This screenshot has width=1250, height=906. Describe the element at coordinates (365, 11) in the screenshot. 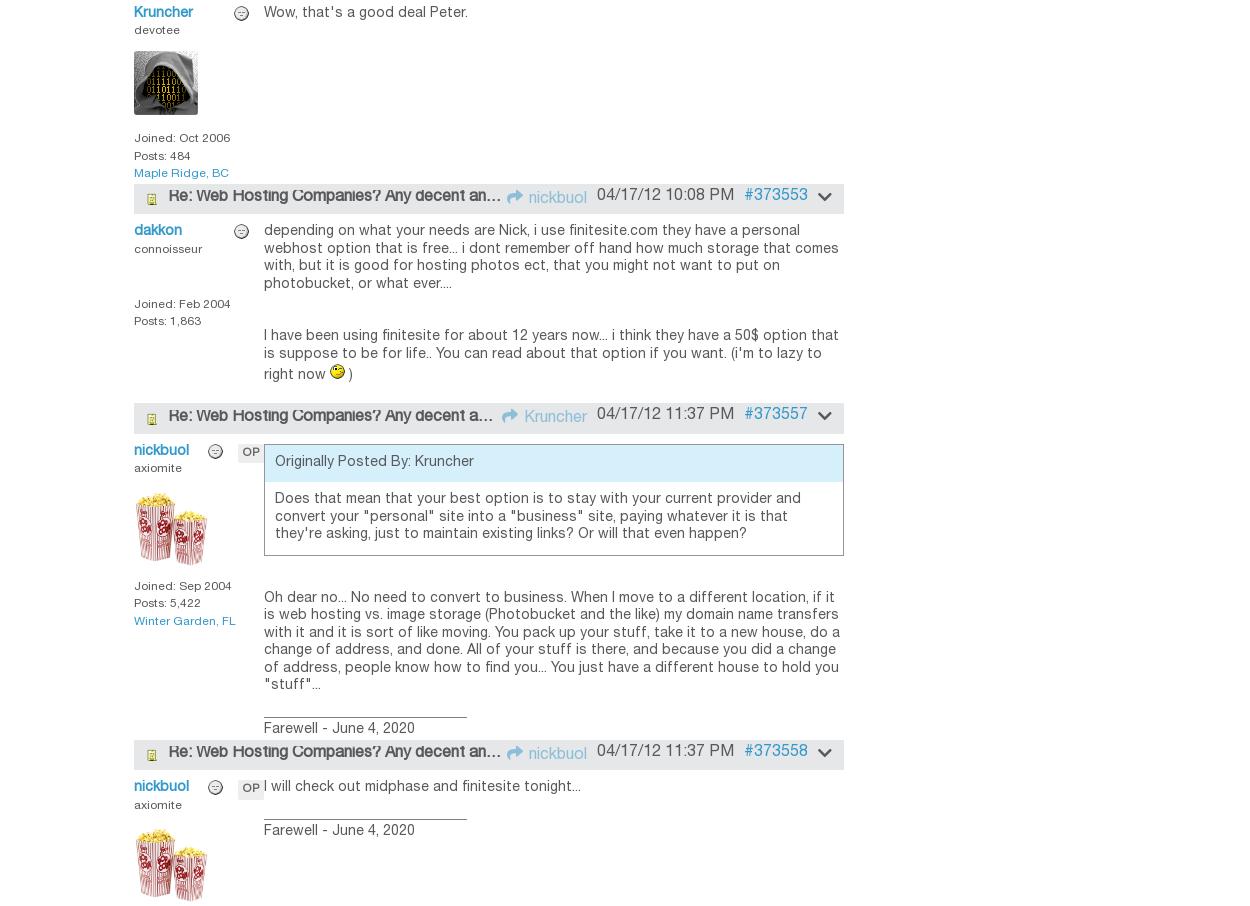

I see `'Wow, that's a good deal Peter.'` at that location.